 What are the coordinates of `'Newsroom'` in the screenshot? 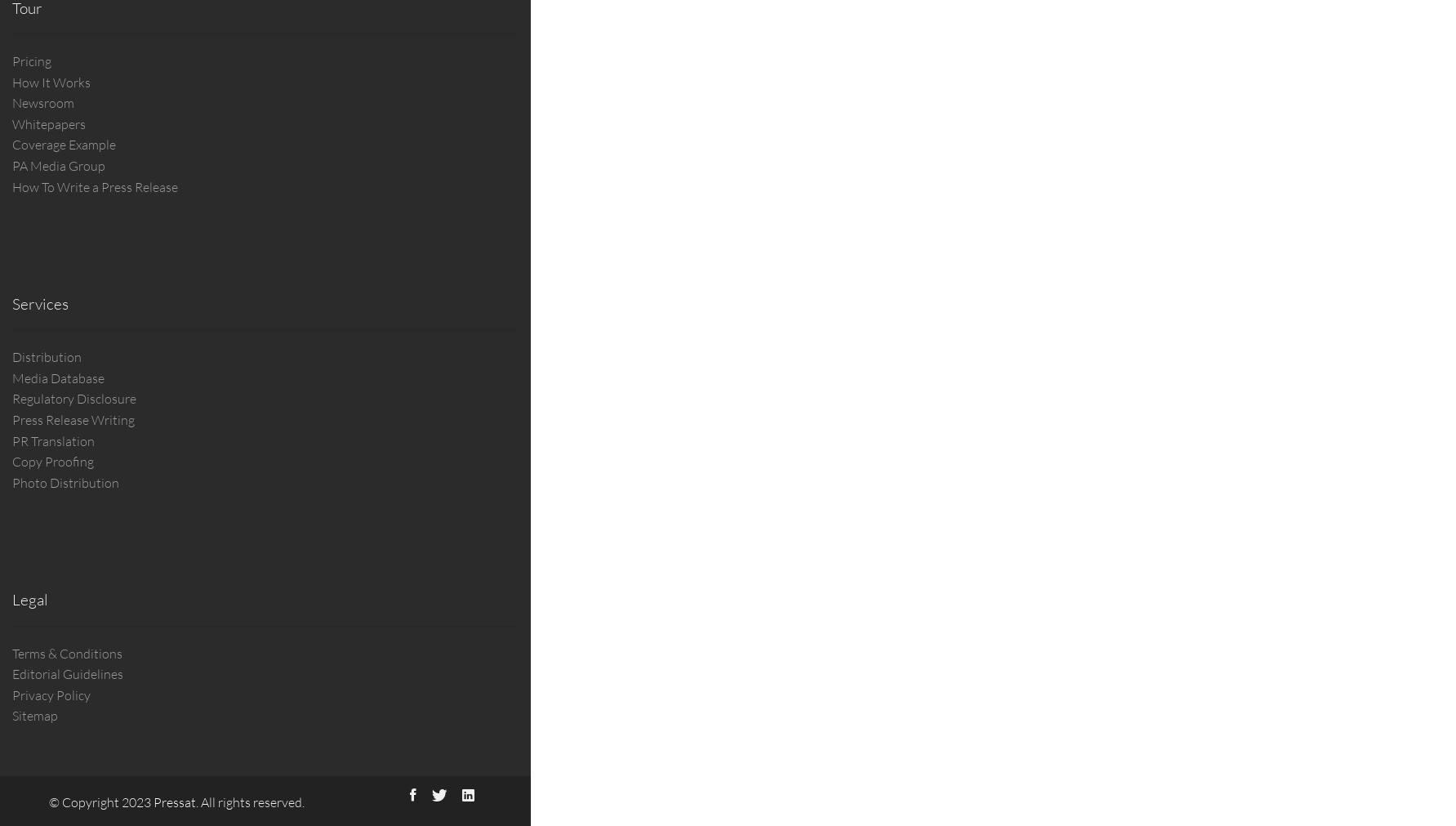 It's located at (42, 101).